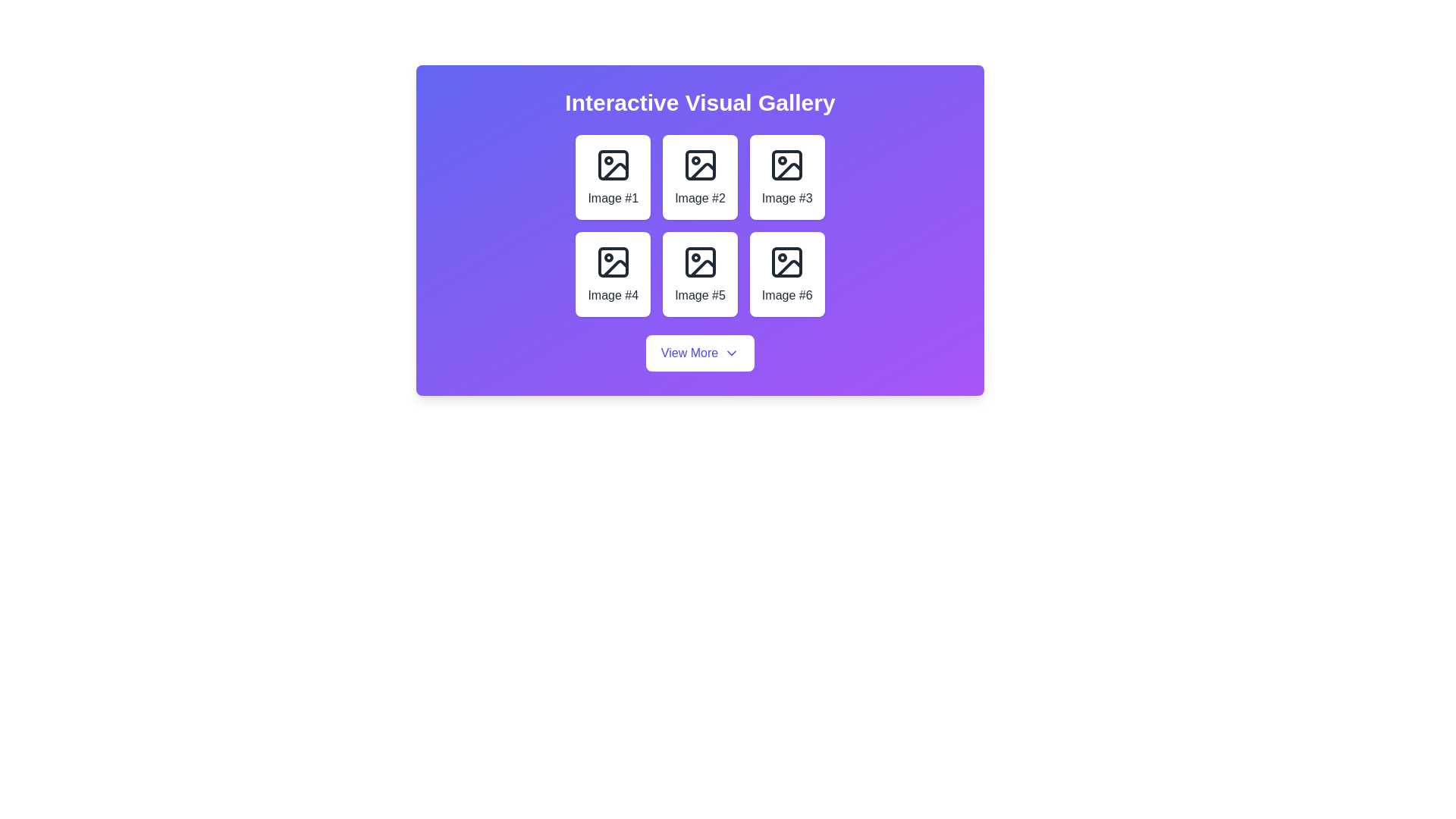  I want to click on the text label reading 'Image #3' located in the first row and third column of a 2x3 grid layout, positioned below an image icon, so click(787, 198).